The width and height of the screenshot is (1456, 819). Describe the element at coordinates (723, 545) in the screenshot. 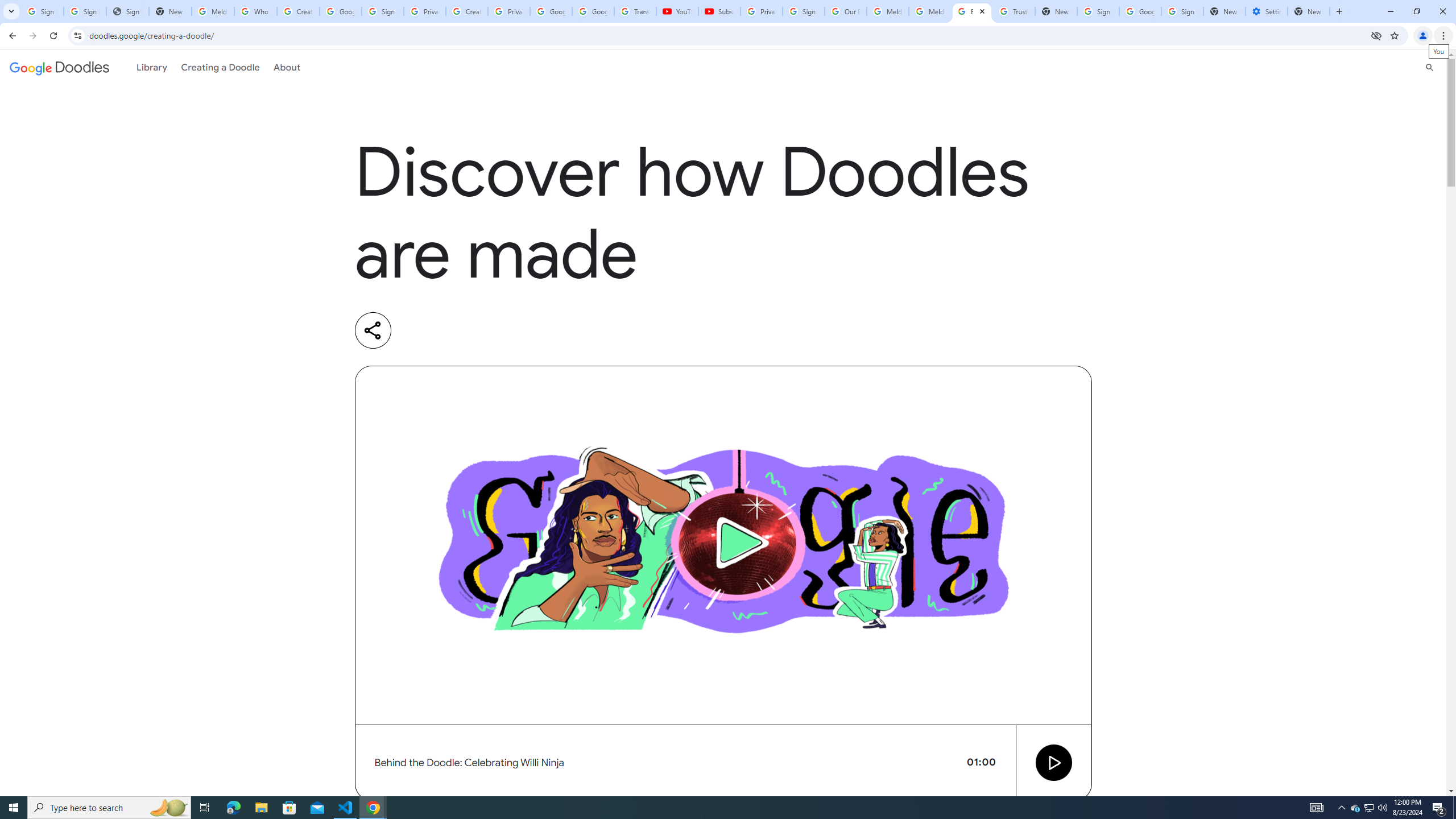

I see `'Video preview image'` at that location.